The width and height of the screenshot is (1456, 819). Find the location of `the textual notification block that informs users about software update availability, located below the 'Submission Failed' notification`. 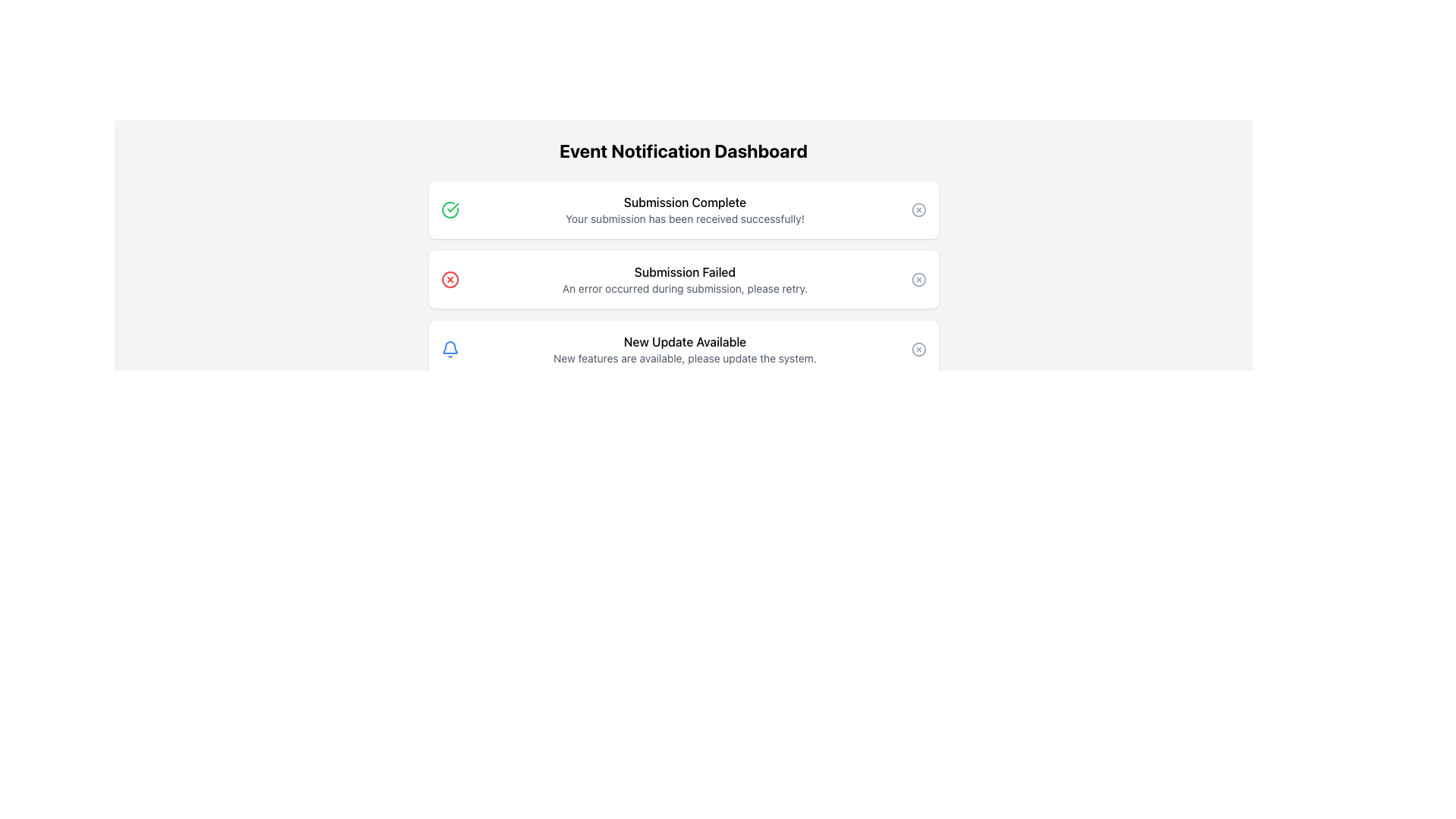

the textual notification block that informs users about software update availability, located below the 'Submission Failed' notification is located at coordinates (684, 350).